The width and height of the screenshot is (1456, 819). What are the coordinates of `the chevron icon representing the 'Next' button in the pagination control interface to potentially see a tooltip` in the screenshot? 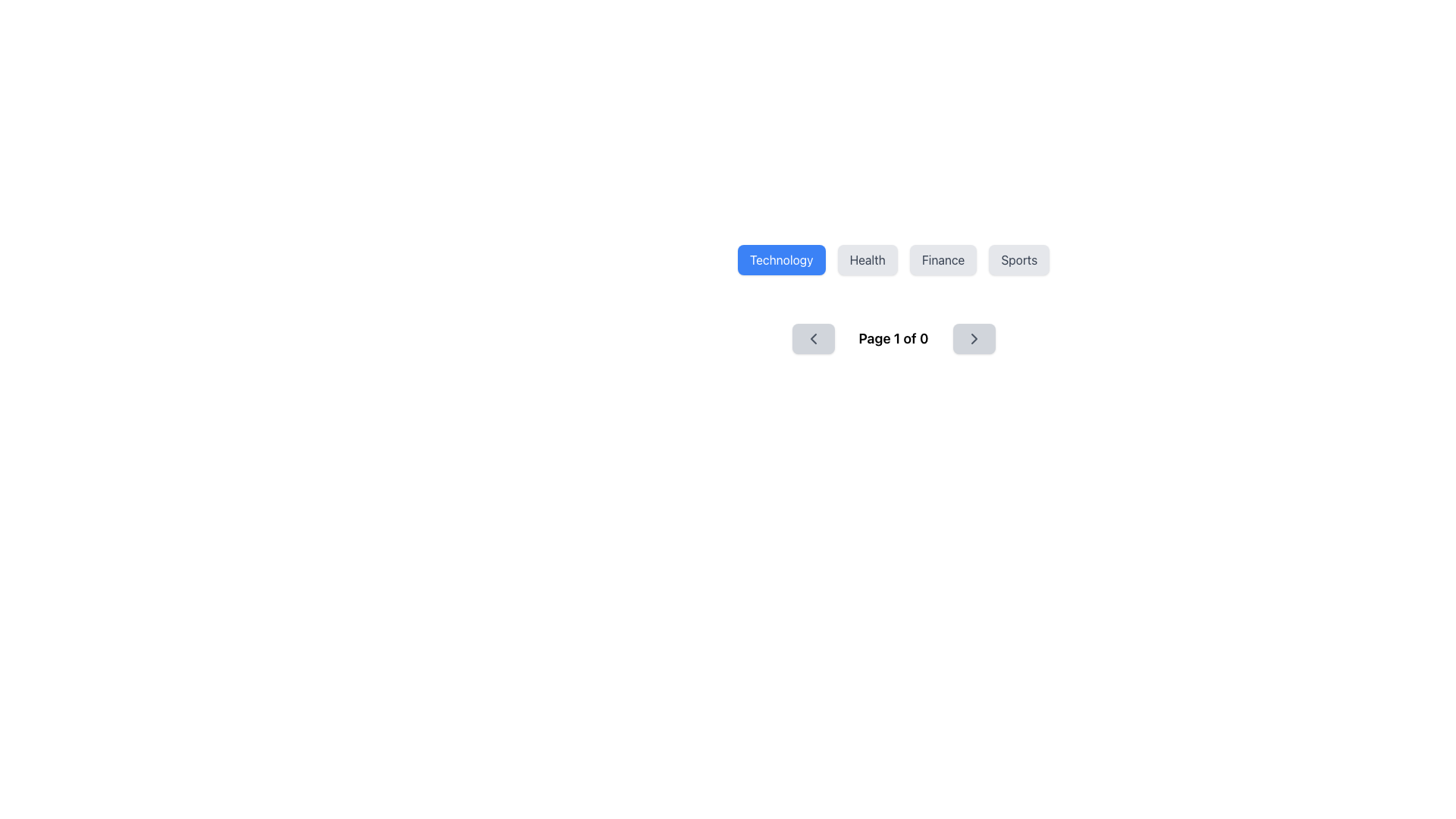 It's located at (974, 338).